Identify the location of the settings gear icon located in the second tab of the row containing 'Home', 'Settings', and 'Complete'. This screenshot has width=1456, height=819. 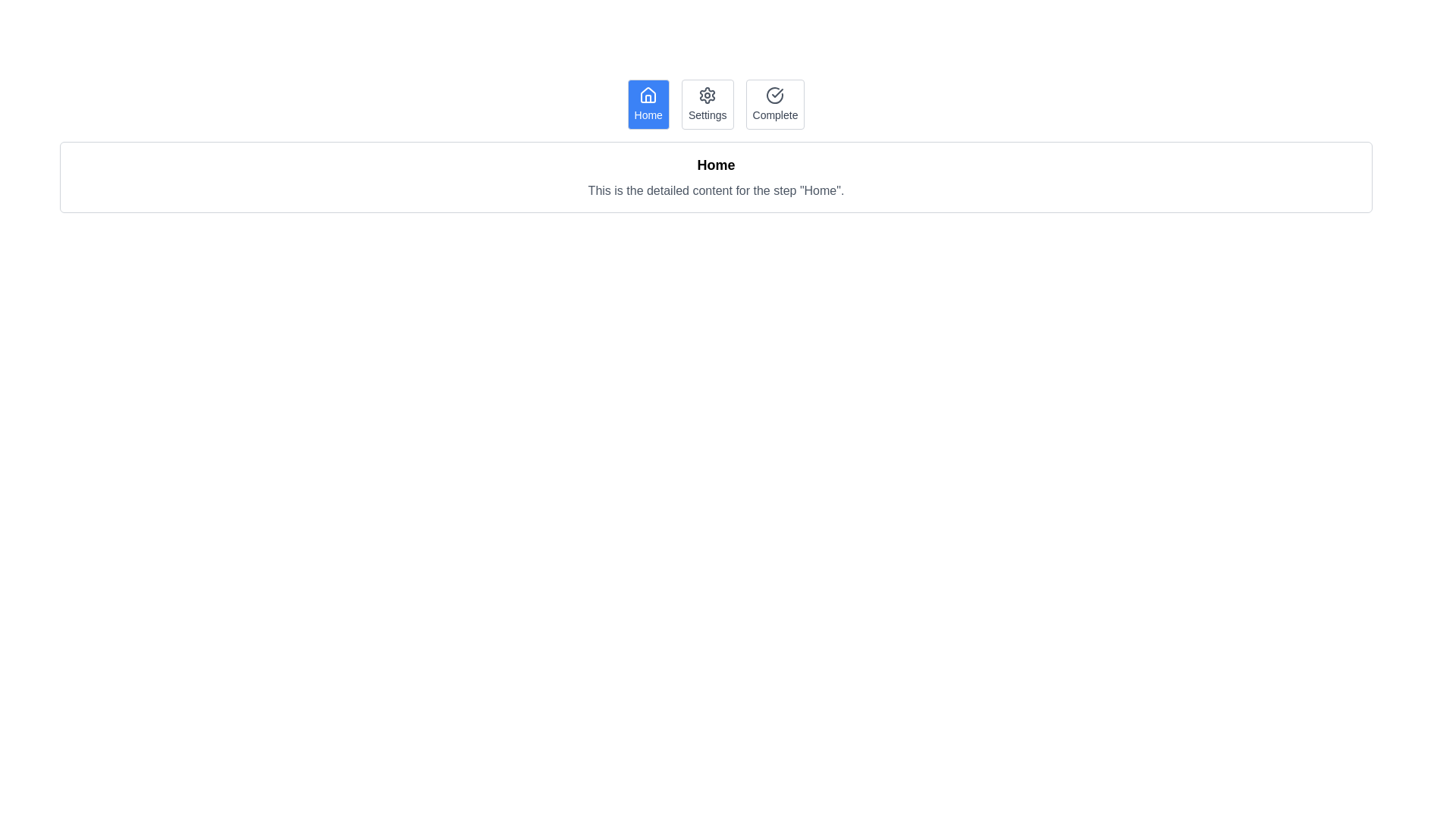
(707, 96).